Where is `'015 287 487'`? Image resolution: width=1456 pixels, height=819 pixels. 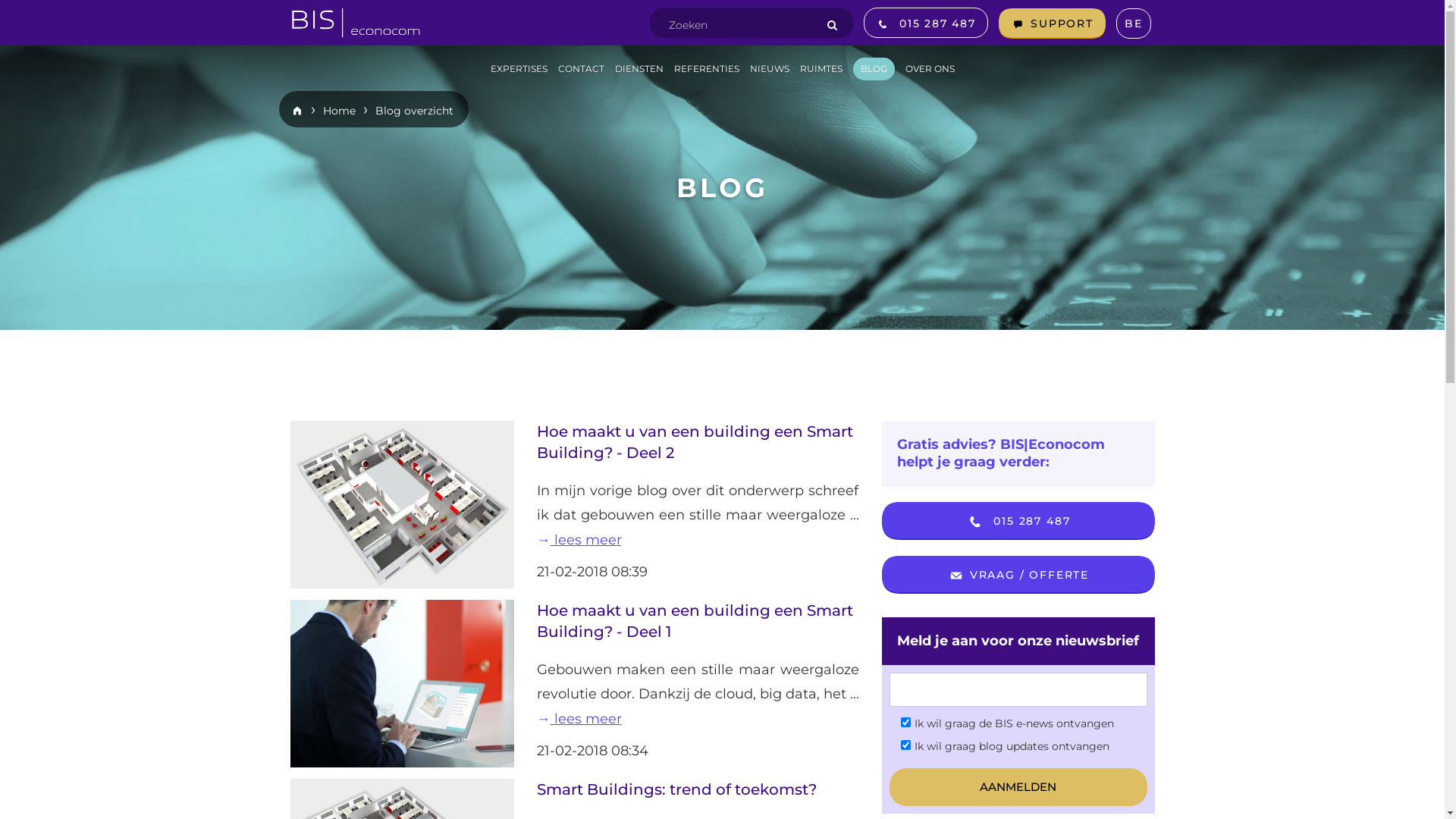
'015 287 487' is located at coordinates (924, 23).